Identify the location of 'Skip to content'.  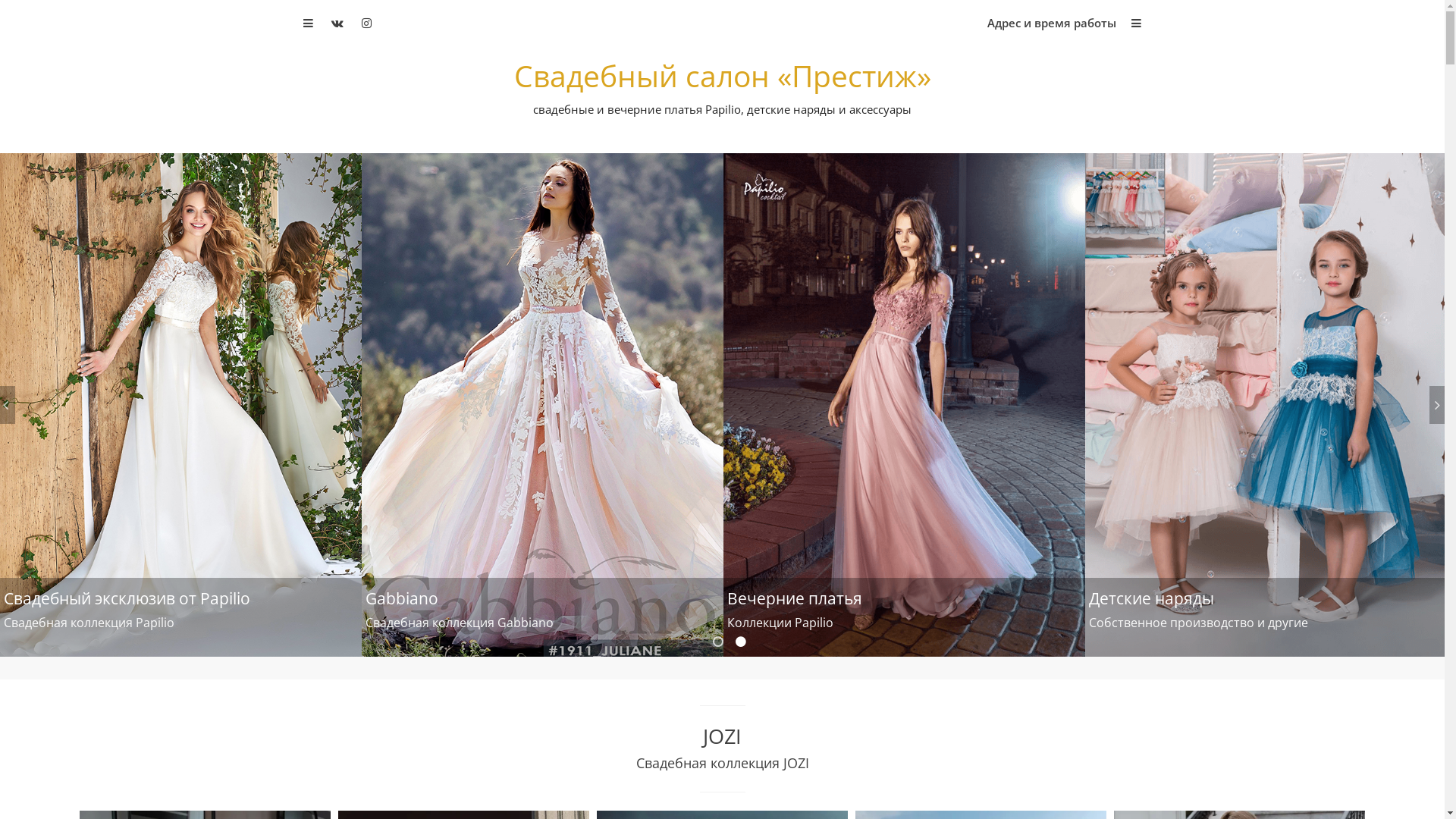
(0, 0).